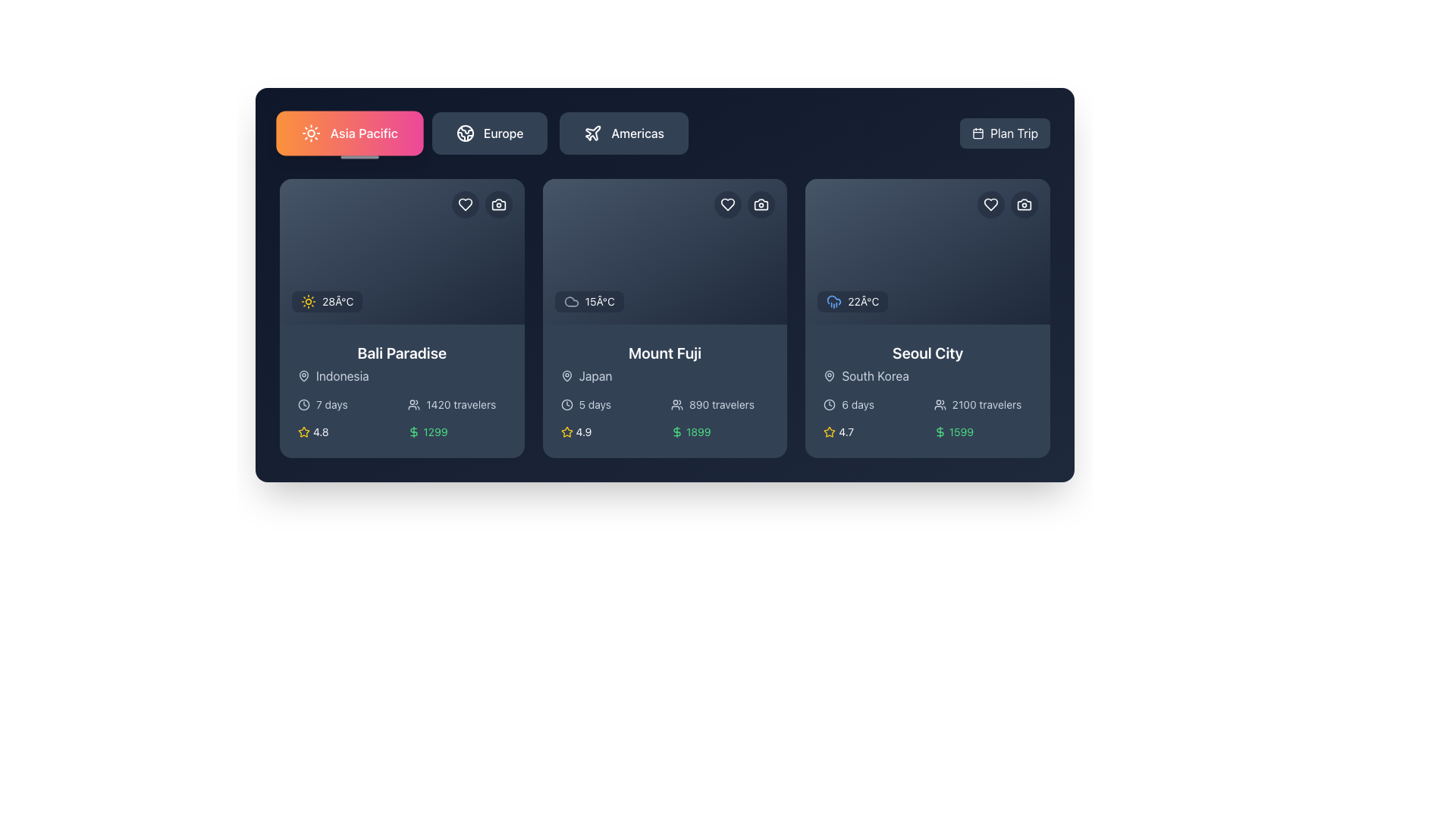  Describe the element at coordinates (504, 133) in the screenshot. I see `text of the label containing the word 'Europe', styled with white text on a medium-dark background, located within the second button from the left in a horizontal row of navigation options` at that location.